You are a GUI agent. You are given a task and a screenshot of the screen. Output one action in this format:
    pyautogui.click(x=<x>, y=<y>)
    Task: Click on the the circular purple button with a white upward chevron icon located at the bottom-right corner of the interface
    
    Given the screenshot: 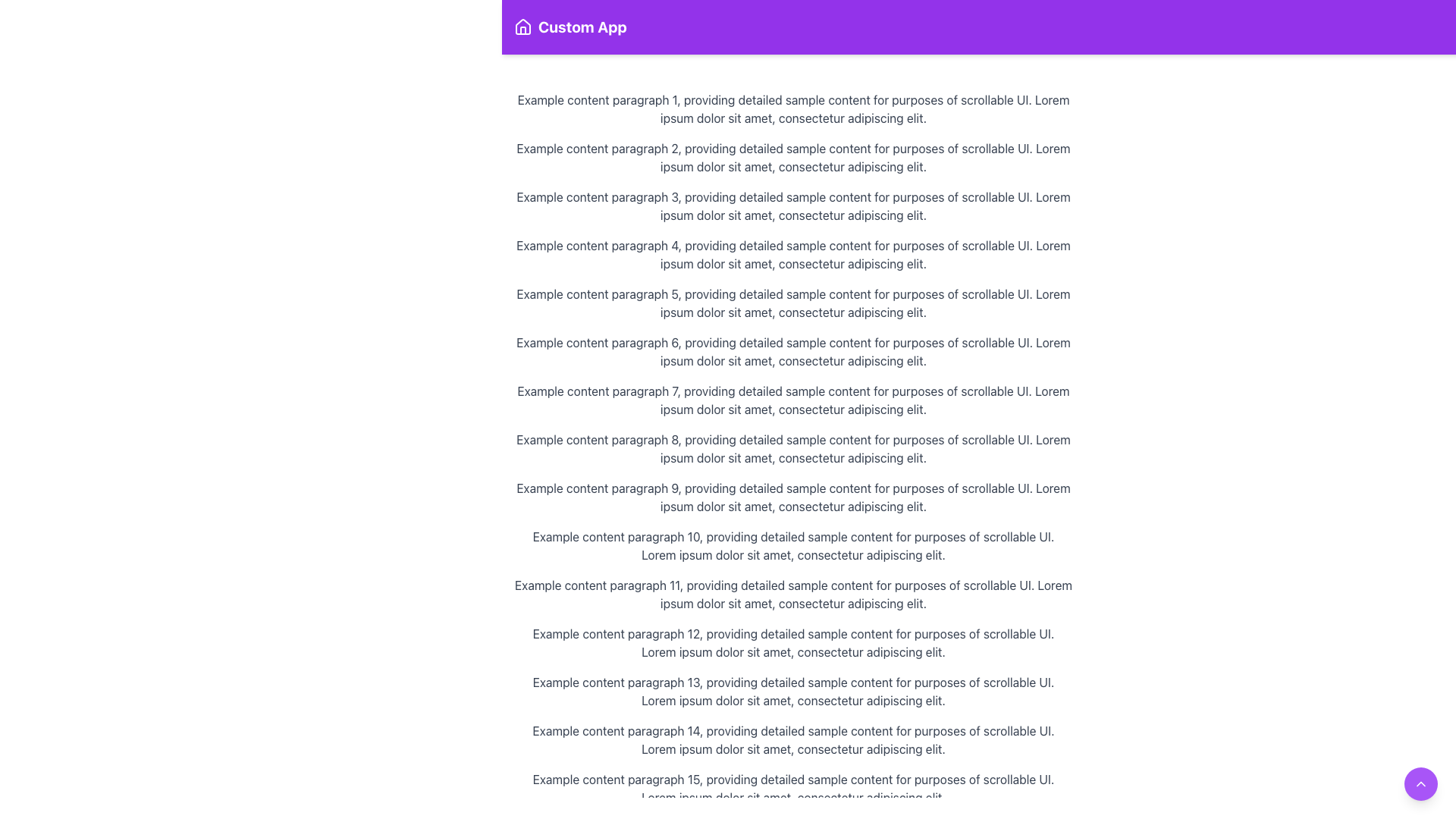 What is the action you would take?
    pyautogui.click(x=1420, y=783)
    